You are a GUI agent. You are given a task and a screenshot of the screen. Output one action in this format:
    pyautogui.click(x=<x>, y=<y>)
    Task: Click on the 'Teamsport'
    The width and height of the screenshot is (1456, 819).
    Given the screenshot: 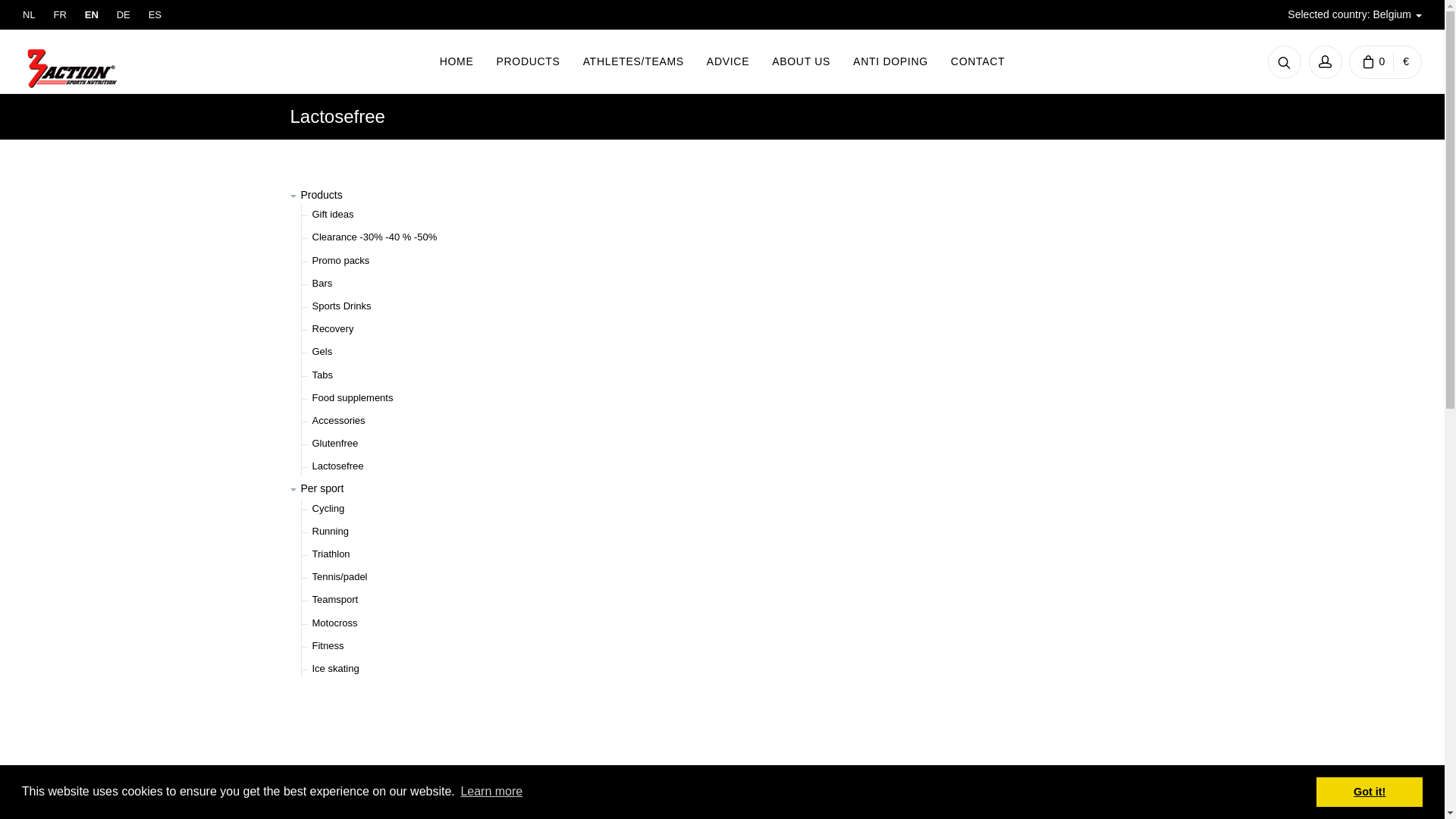 What is the action you would take?
    pyautogui.click(x=334, y=598)
    